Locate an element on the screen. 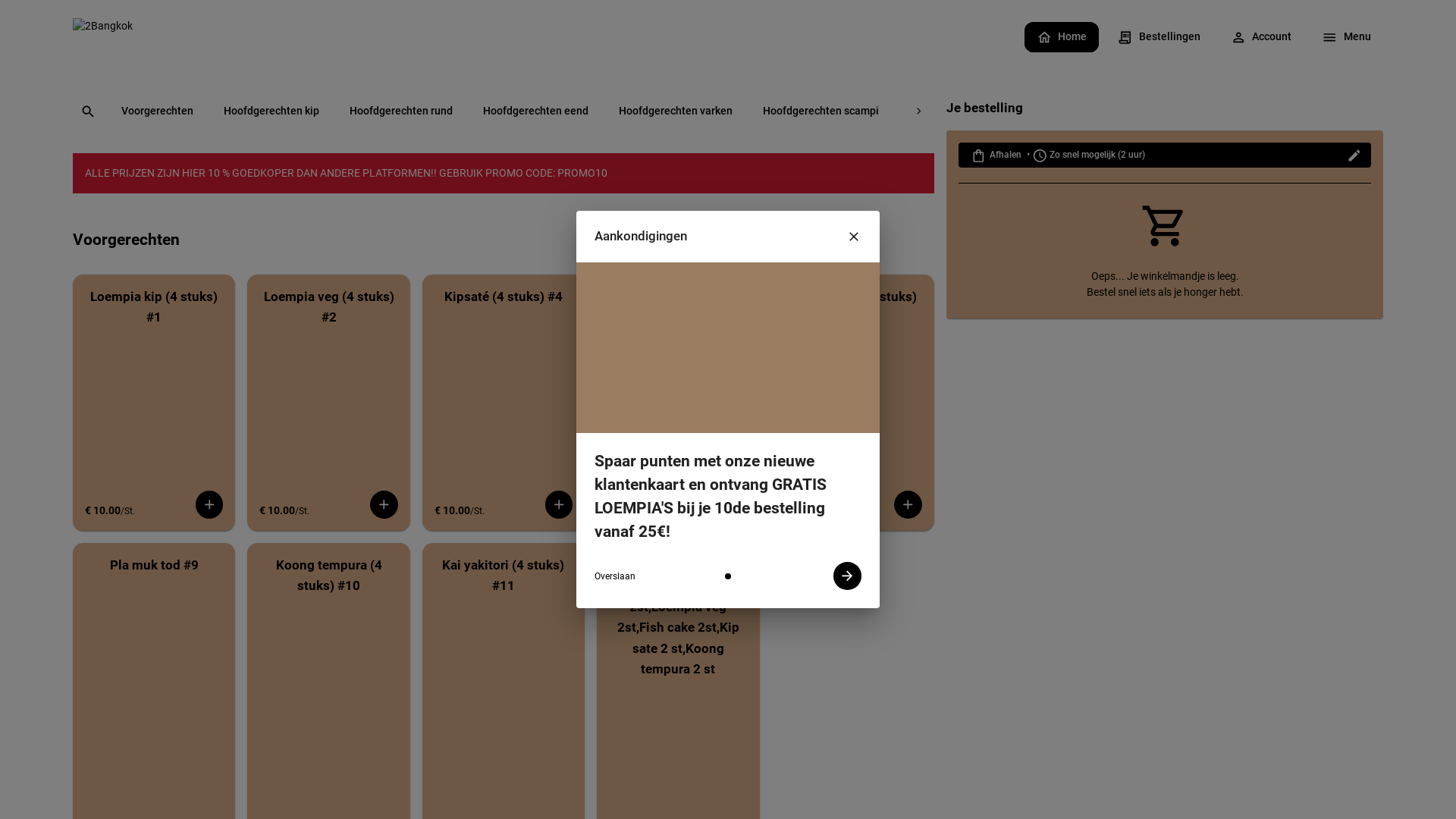 The height and width of the screenshot is (819, 1456). 'Bestellingen' is located at coordinates (1105, 38).